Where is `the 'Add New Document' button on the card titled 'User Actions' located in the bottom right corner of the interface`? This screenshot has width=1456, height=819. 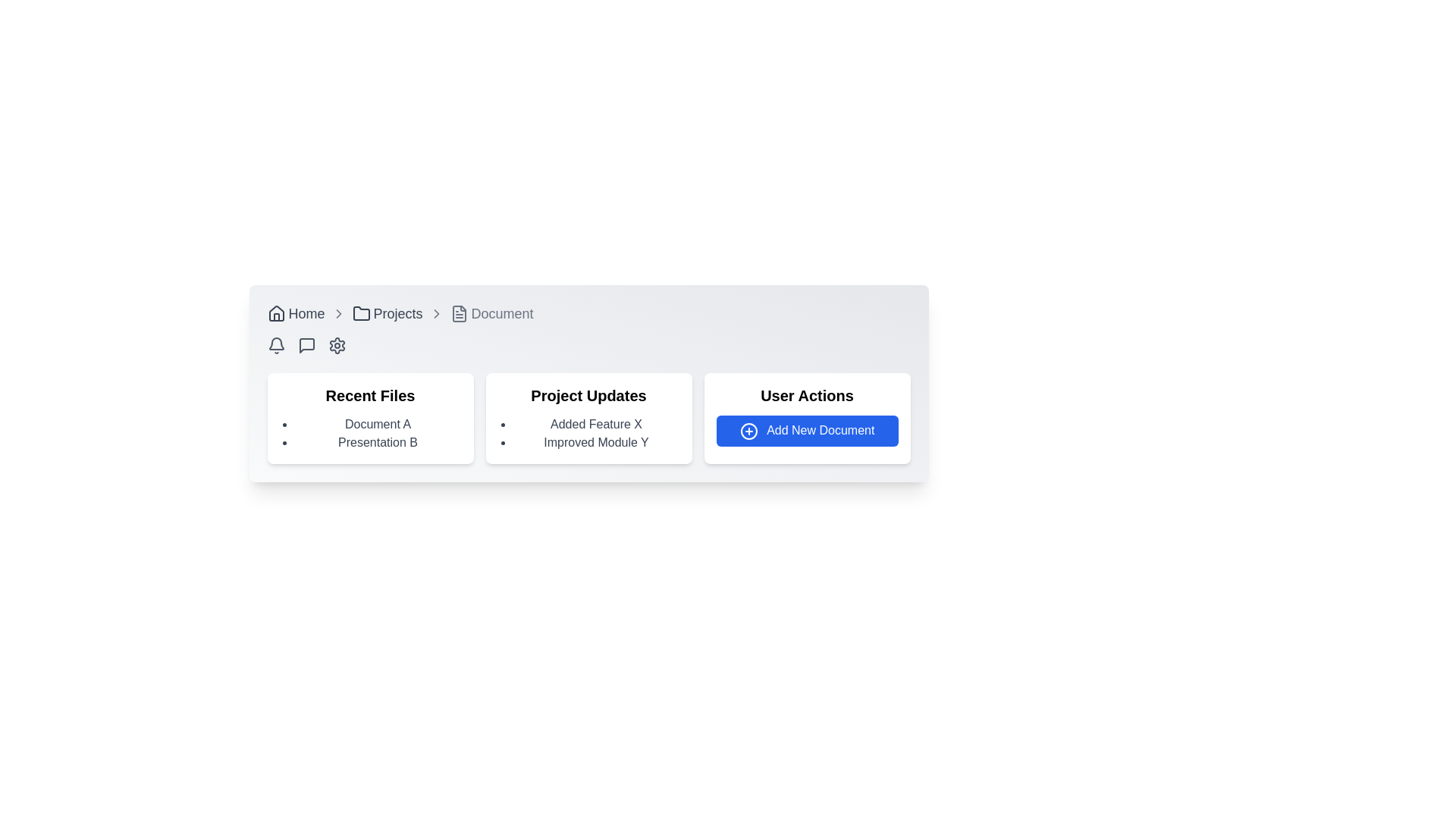
the 'Add New Document' button on the card titled 'User Actions' located in the bottom right corner of the interface is located at coordinates (806, 418).